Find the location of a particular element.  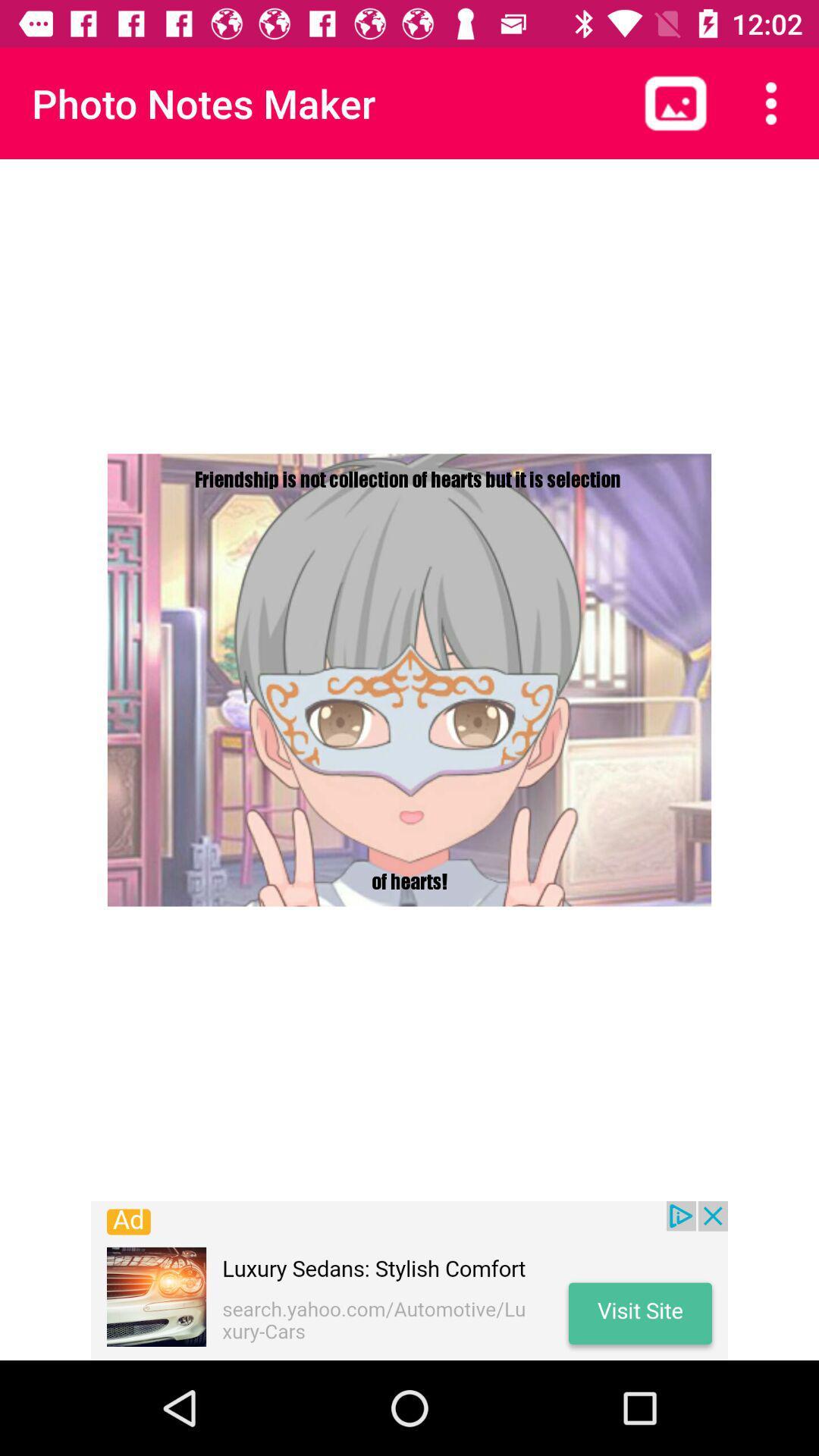

menu is located at coordinates (771, 102).